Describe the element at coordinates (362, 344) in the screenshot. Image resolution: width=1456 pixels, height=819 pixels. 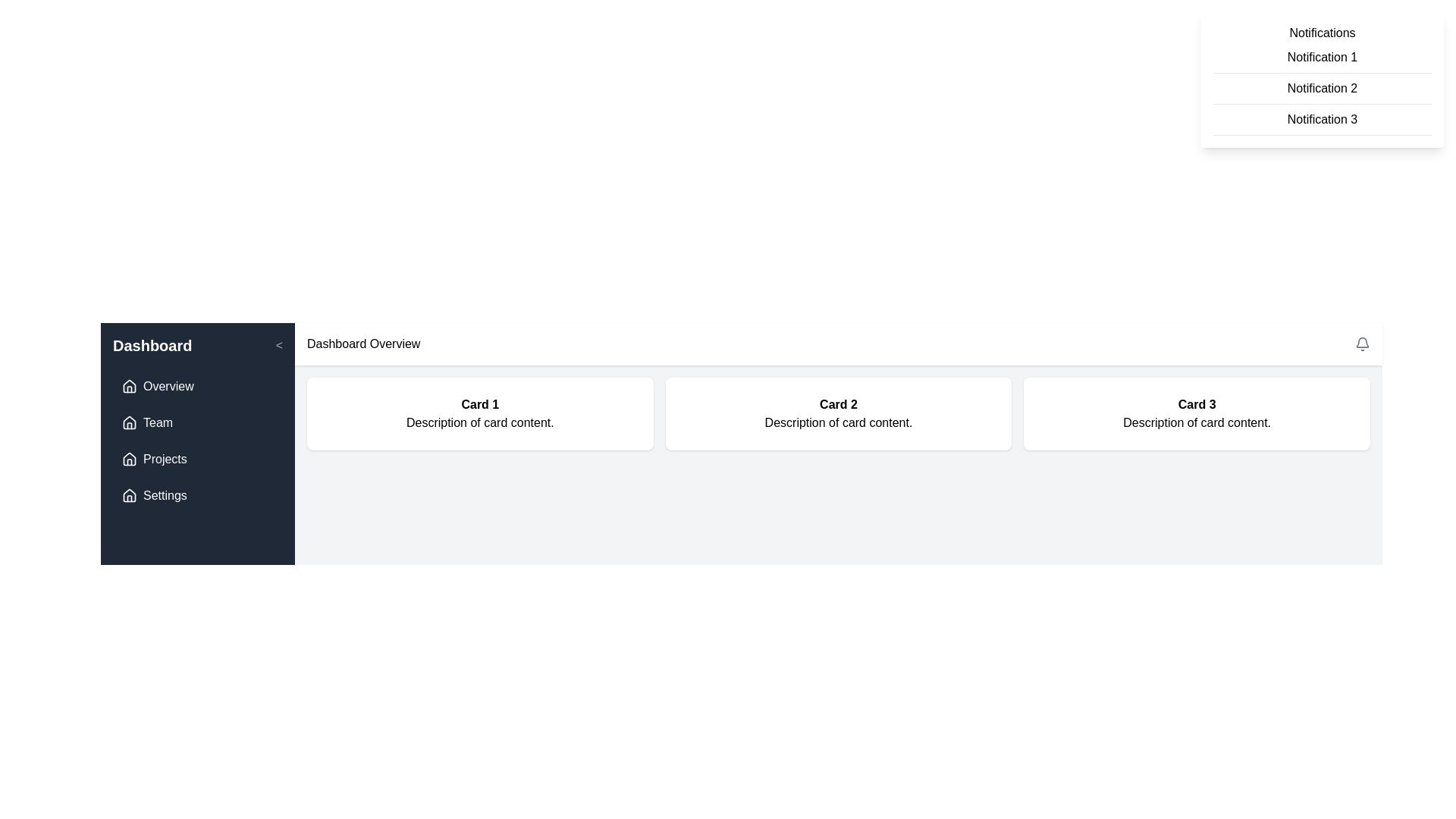
I see `the static text label in the header bar, which serves as the section title and is positioned on the left side of the header` at that location.